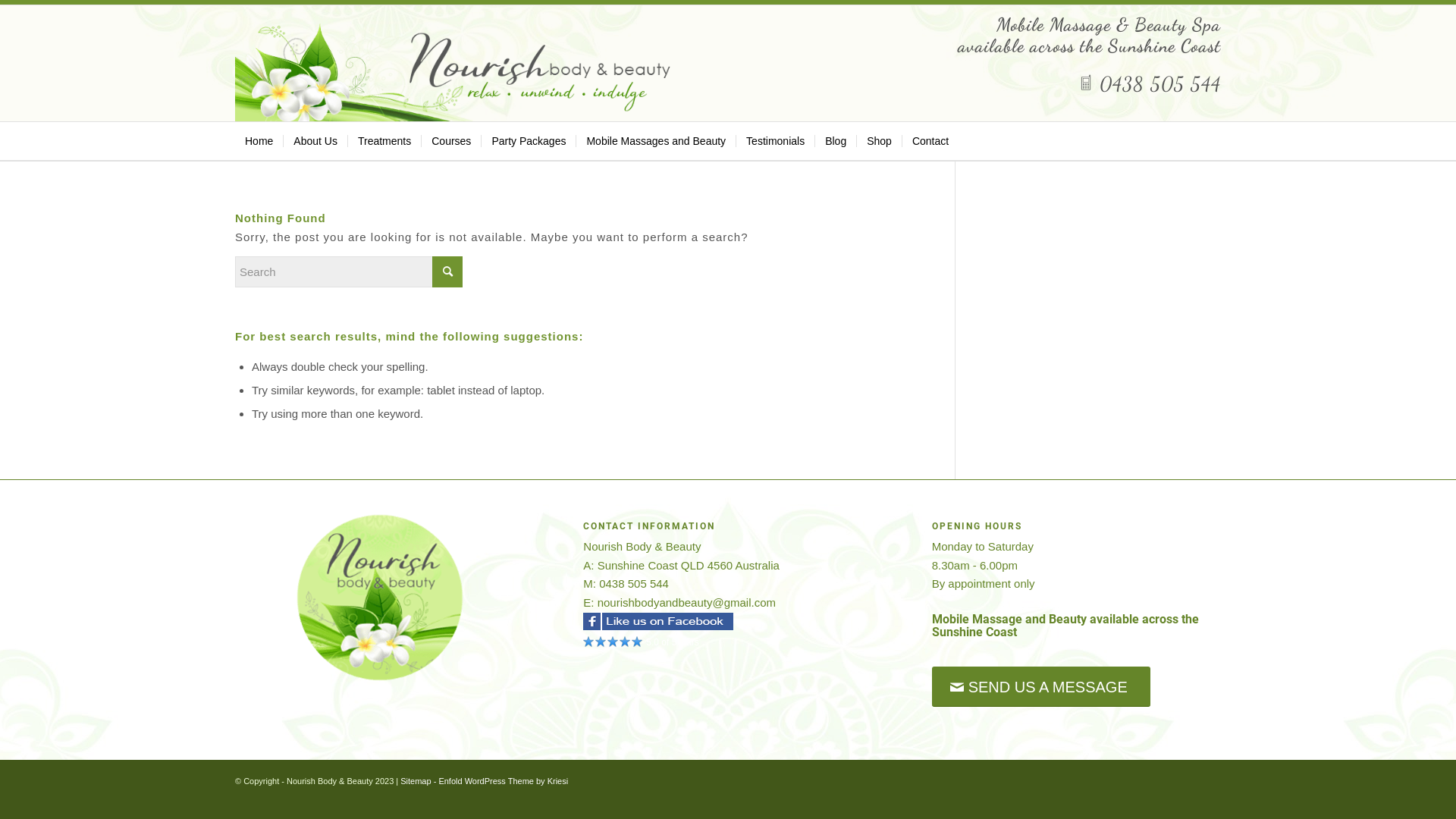 The width and height of the screenshot is (1456, 819). Describe the element at coordinates (878, 140) in the screenshot. I see `'Shop'` at that location.